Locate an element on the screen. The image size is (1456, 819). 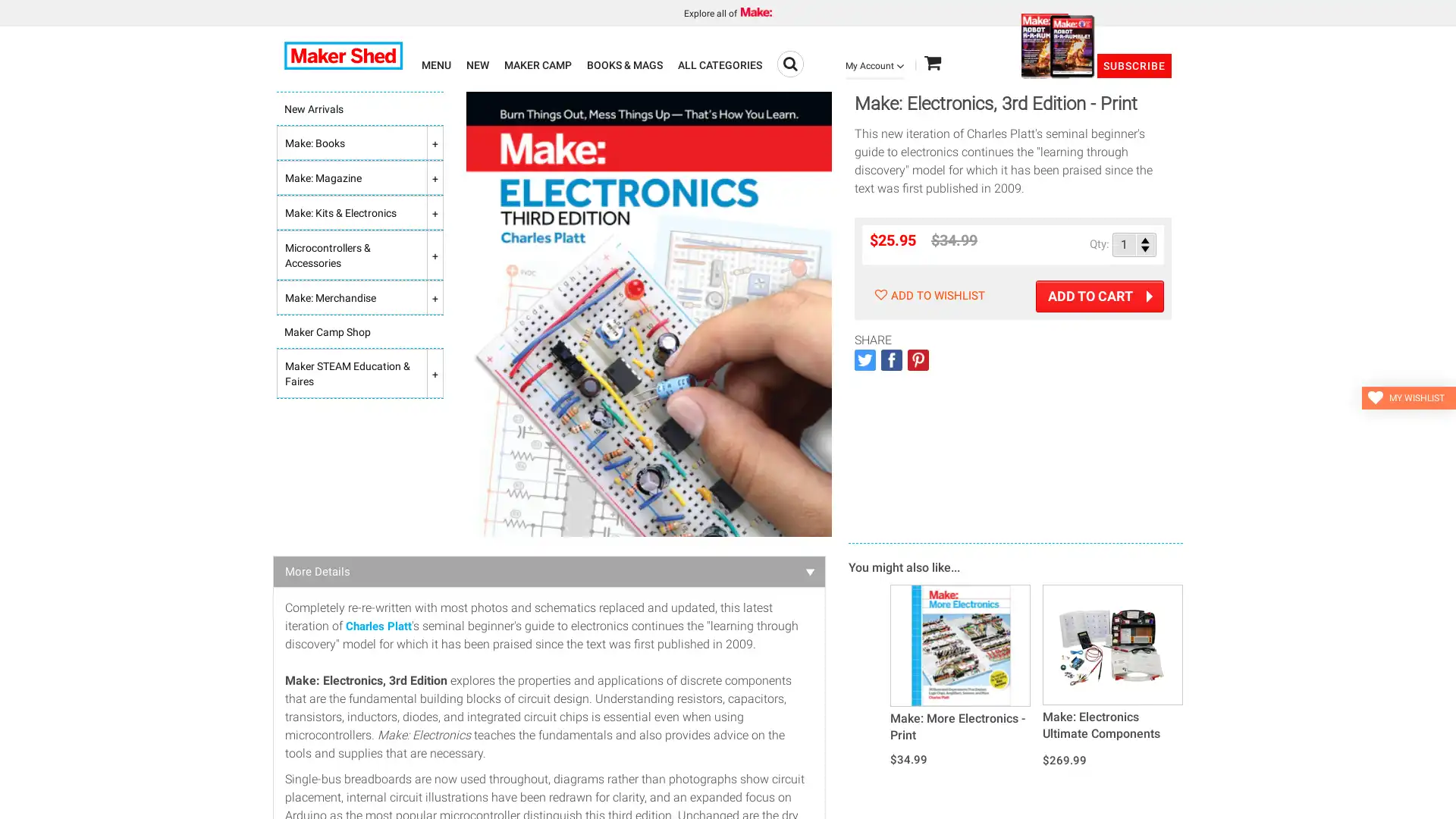
1 is located at coordinates (1134, 243).